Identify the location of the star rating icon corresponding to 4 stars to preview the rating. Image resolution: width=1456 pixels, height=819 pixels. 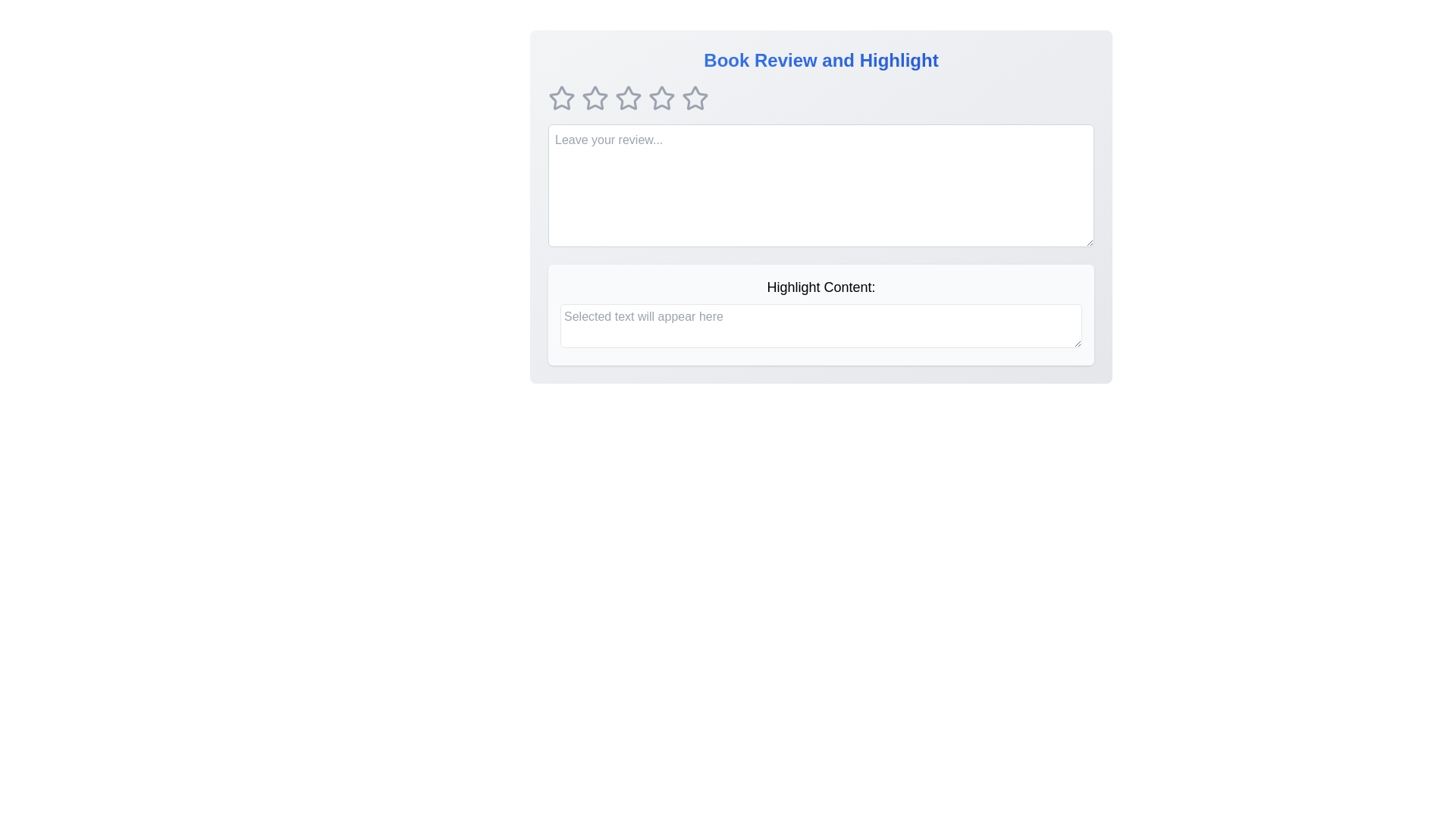
(662, 99).